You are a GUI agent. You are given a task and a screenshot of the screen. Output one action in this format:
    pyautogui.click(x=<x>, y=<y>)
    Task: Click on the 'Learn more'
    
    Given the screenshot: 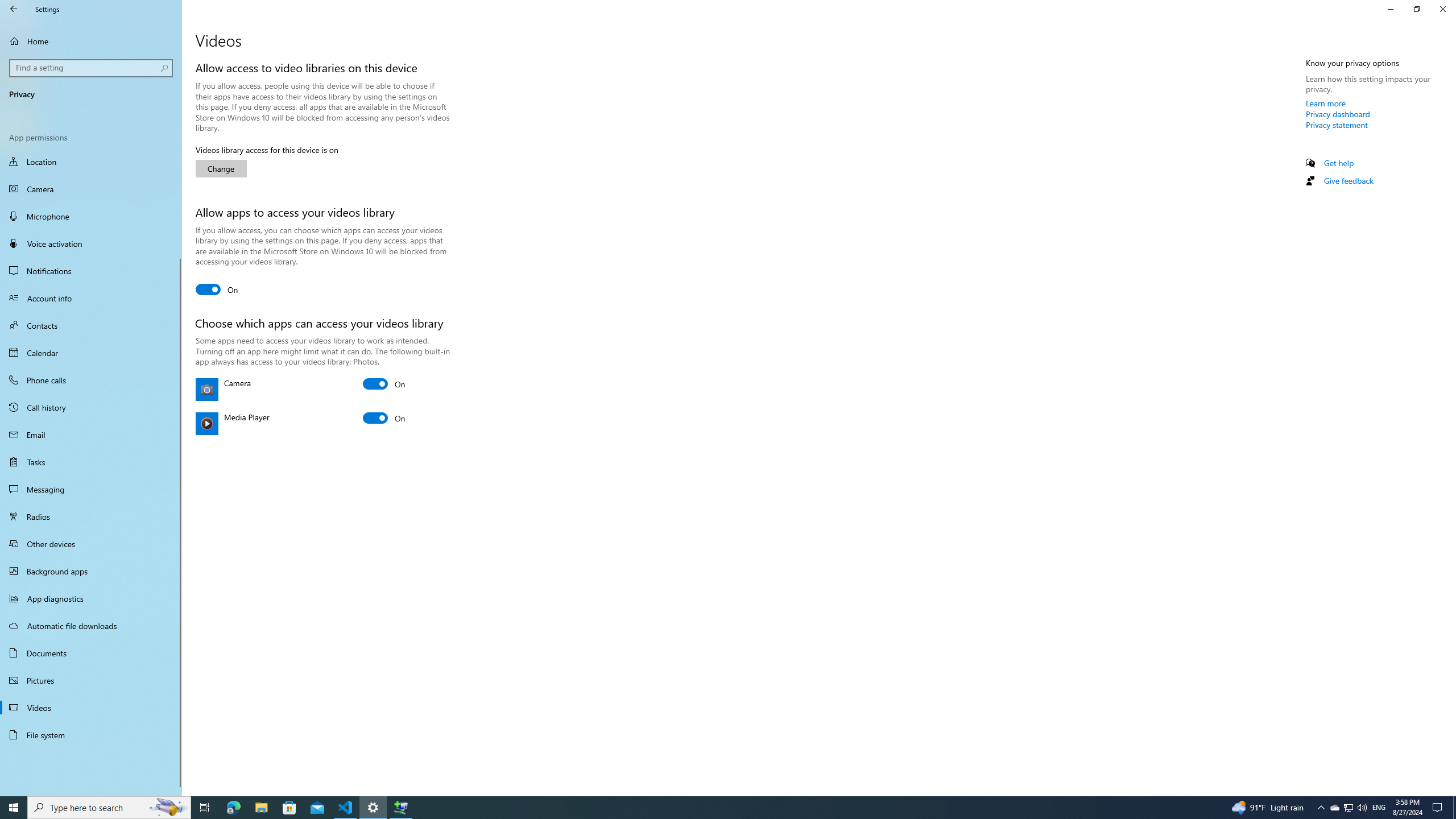 What is the action you would take?
    pyautogui.click(x=1326, y=102)
    